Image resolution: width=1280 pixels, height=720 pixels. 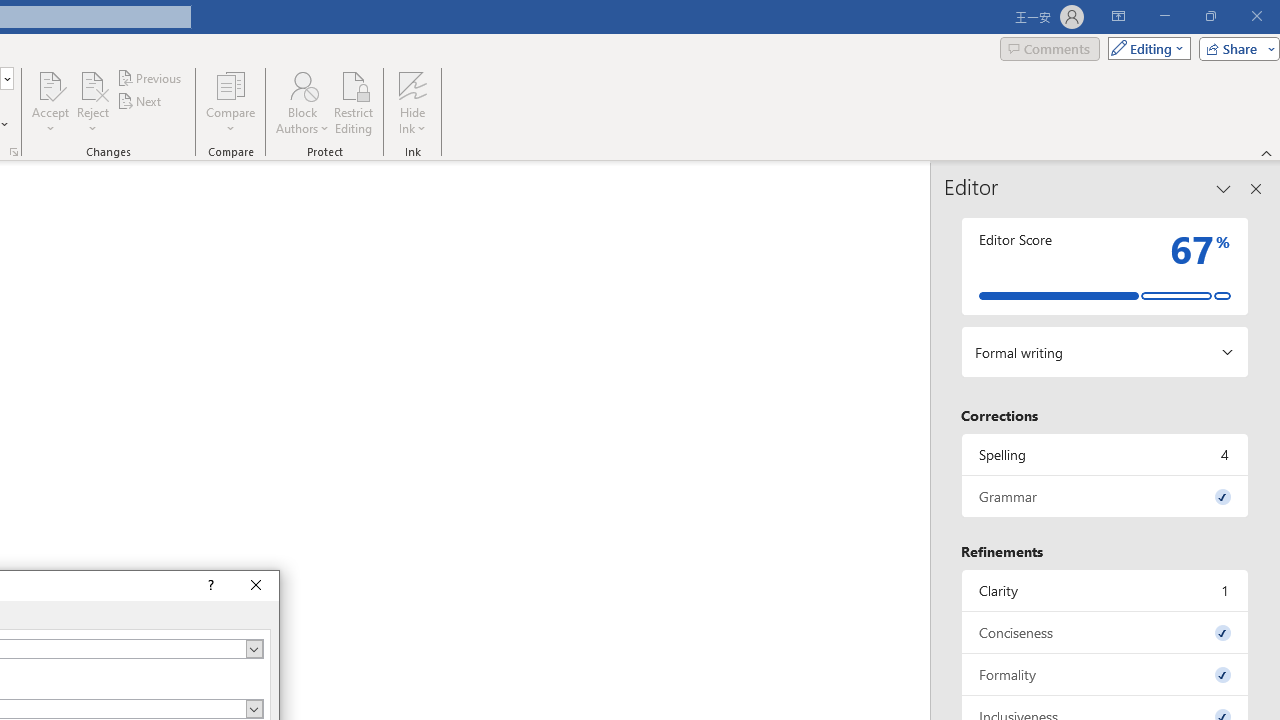 I want to click on 'Editor Score 67%', so click(x=1104, y=265).